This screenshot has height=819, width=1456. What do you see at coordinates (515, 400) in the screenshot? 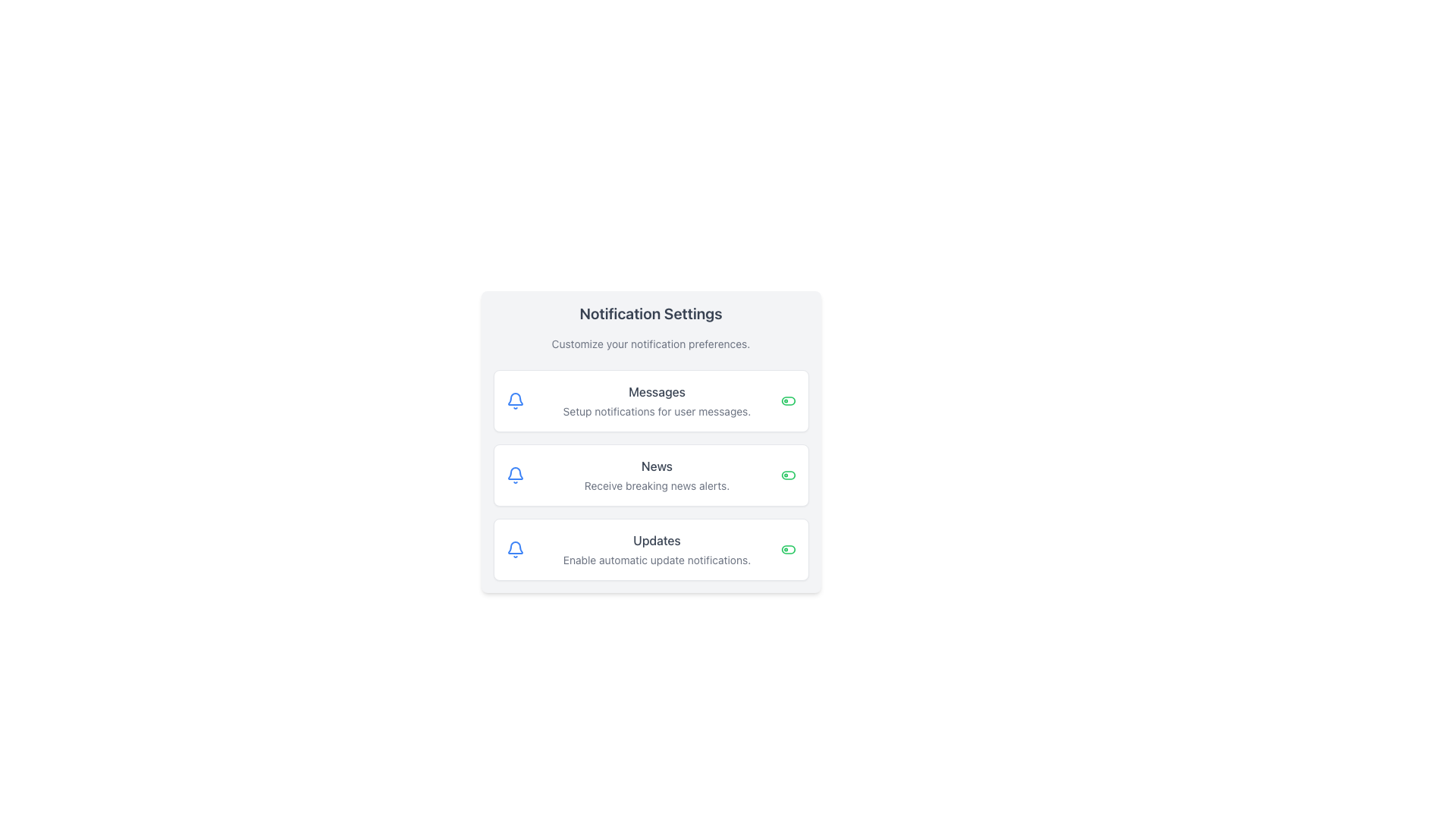
I see `the notification settings icon located at the left side of the 'Messages' card, adjacent to the text elements` at bounding box center [515, 400].